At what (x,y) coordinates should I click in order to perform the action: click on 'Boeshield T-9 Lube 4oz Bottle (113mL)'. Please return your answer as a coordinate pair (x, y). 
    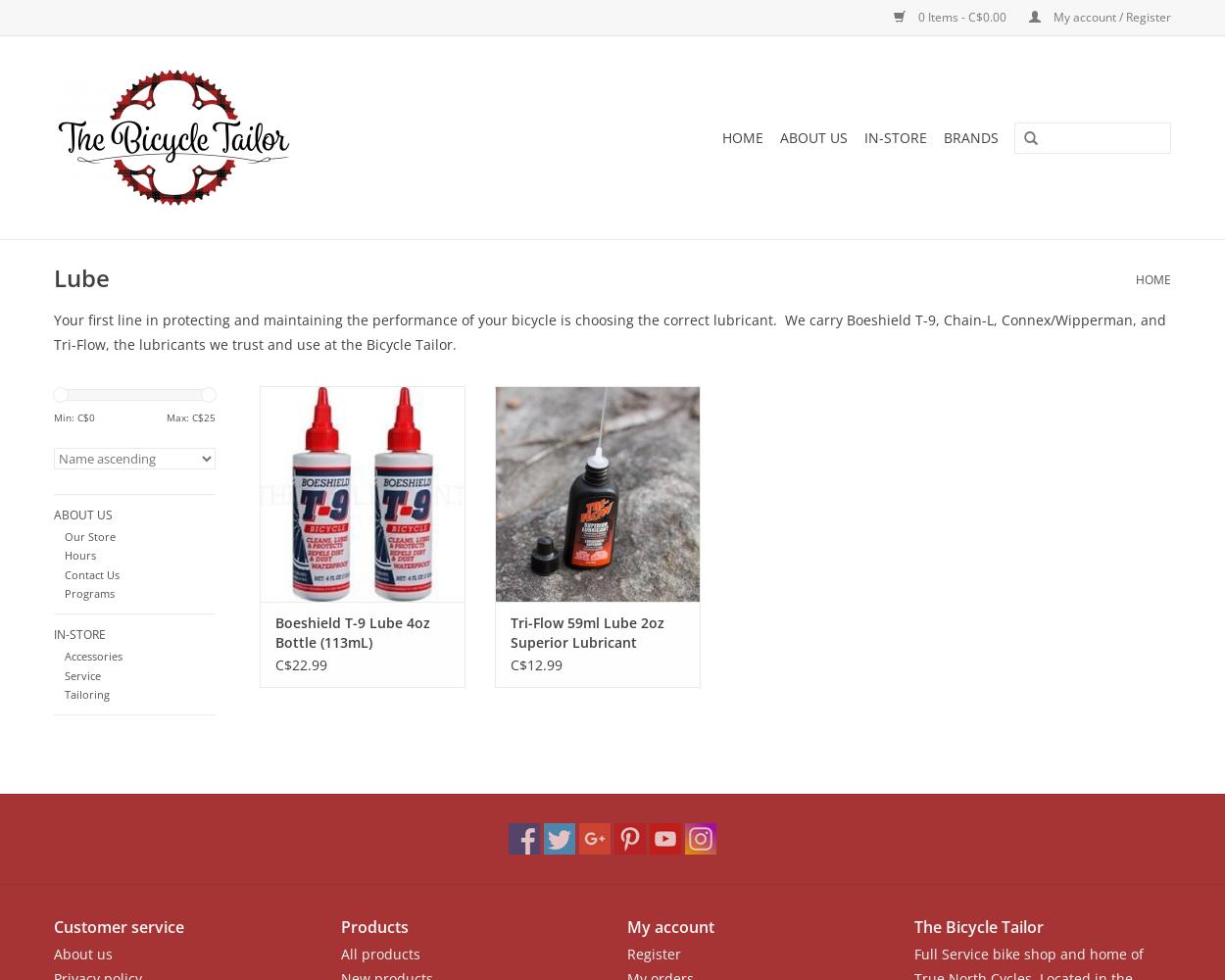
    Looking at the image, I should click on (352, 632).